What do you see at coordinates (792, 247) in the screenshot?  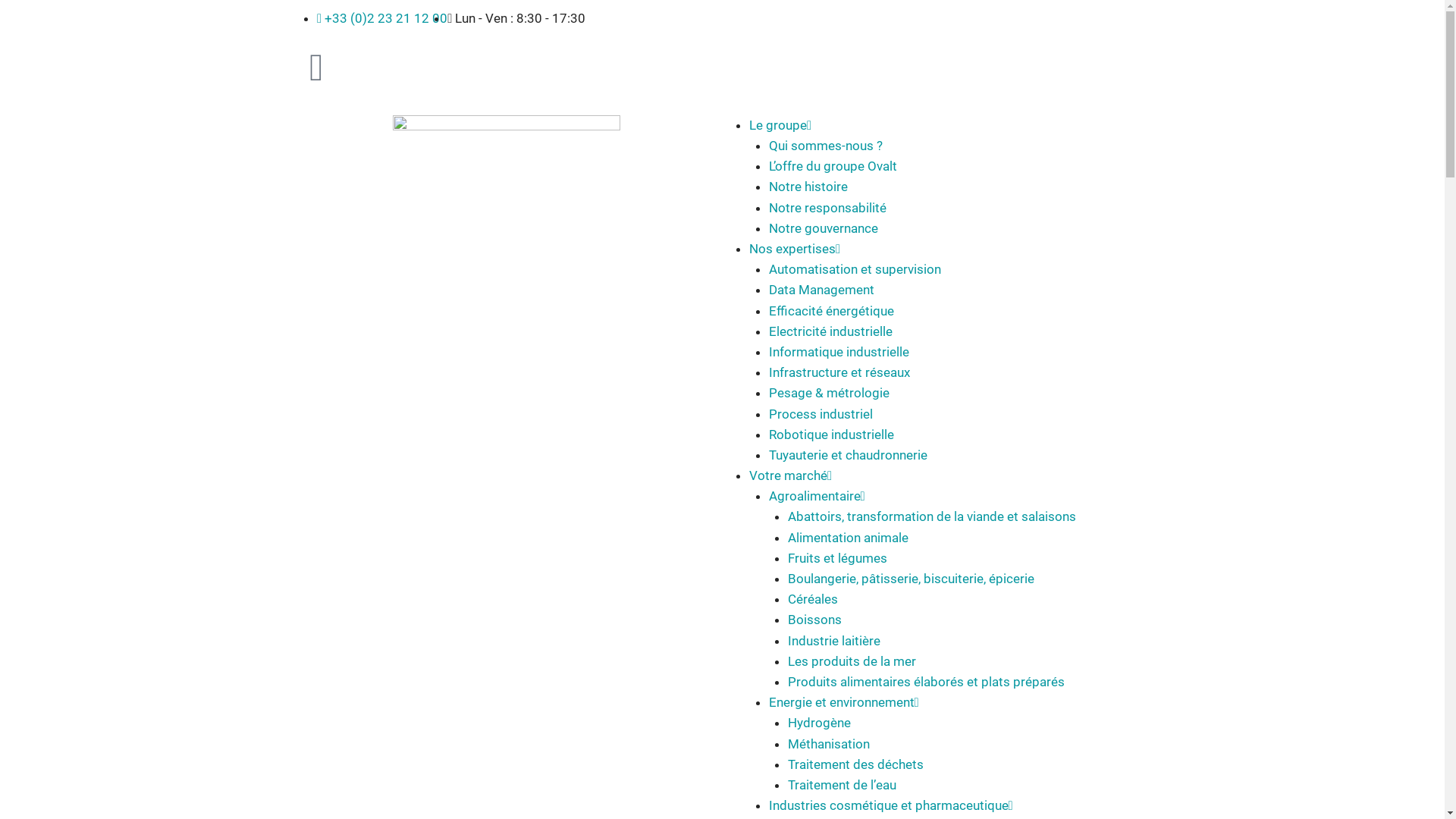 I see `'Nos expertises'` at bounding box center [792, 247].